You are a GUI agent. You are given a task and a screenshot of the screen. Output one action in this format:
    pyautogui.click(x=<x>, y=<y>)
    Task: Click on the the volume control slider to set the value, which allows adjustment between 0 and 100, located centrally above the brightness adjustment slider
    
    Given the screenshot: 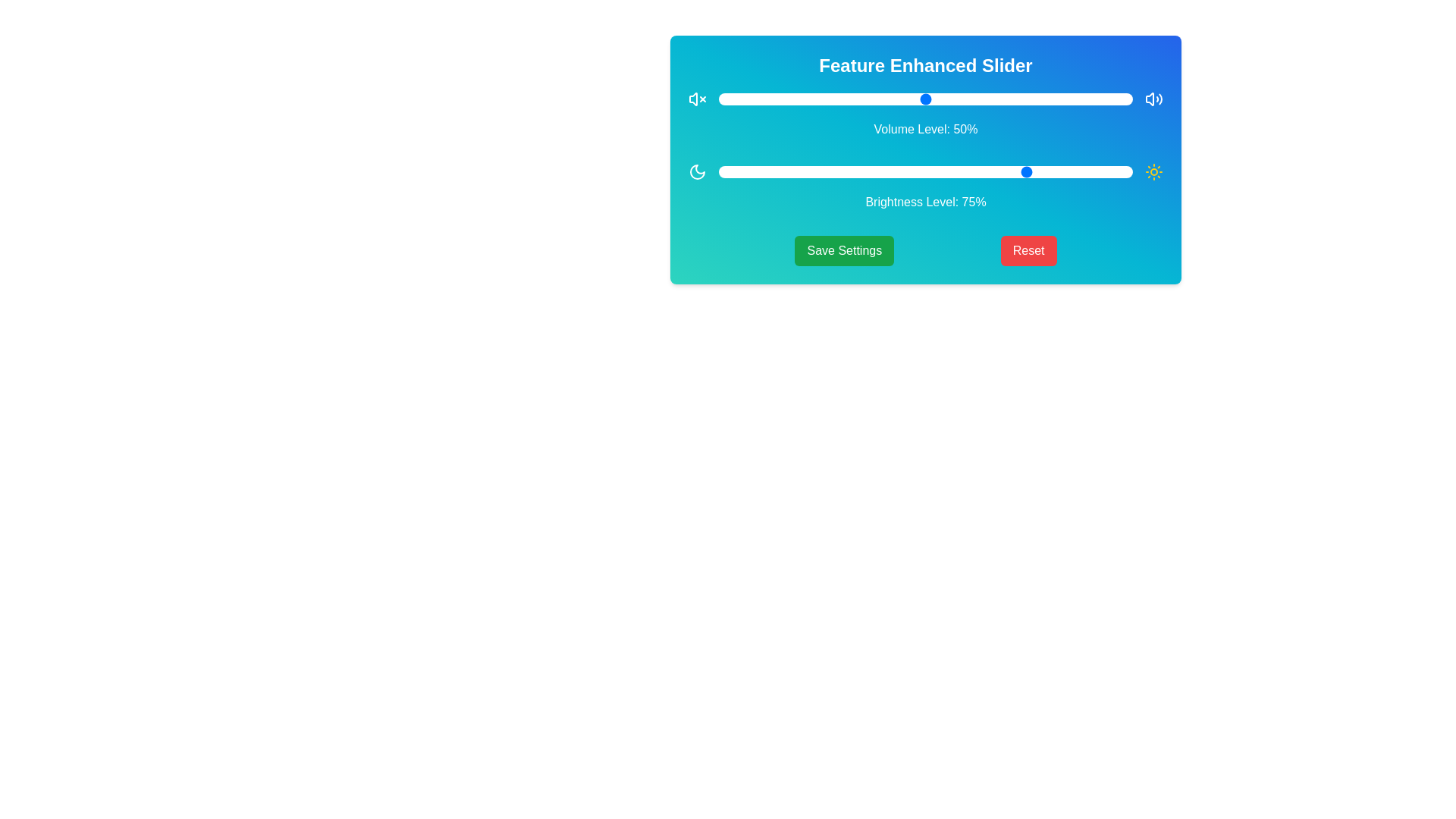 What is the action you would take?
    pyautogui.click(x=924, y=99)
    